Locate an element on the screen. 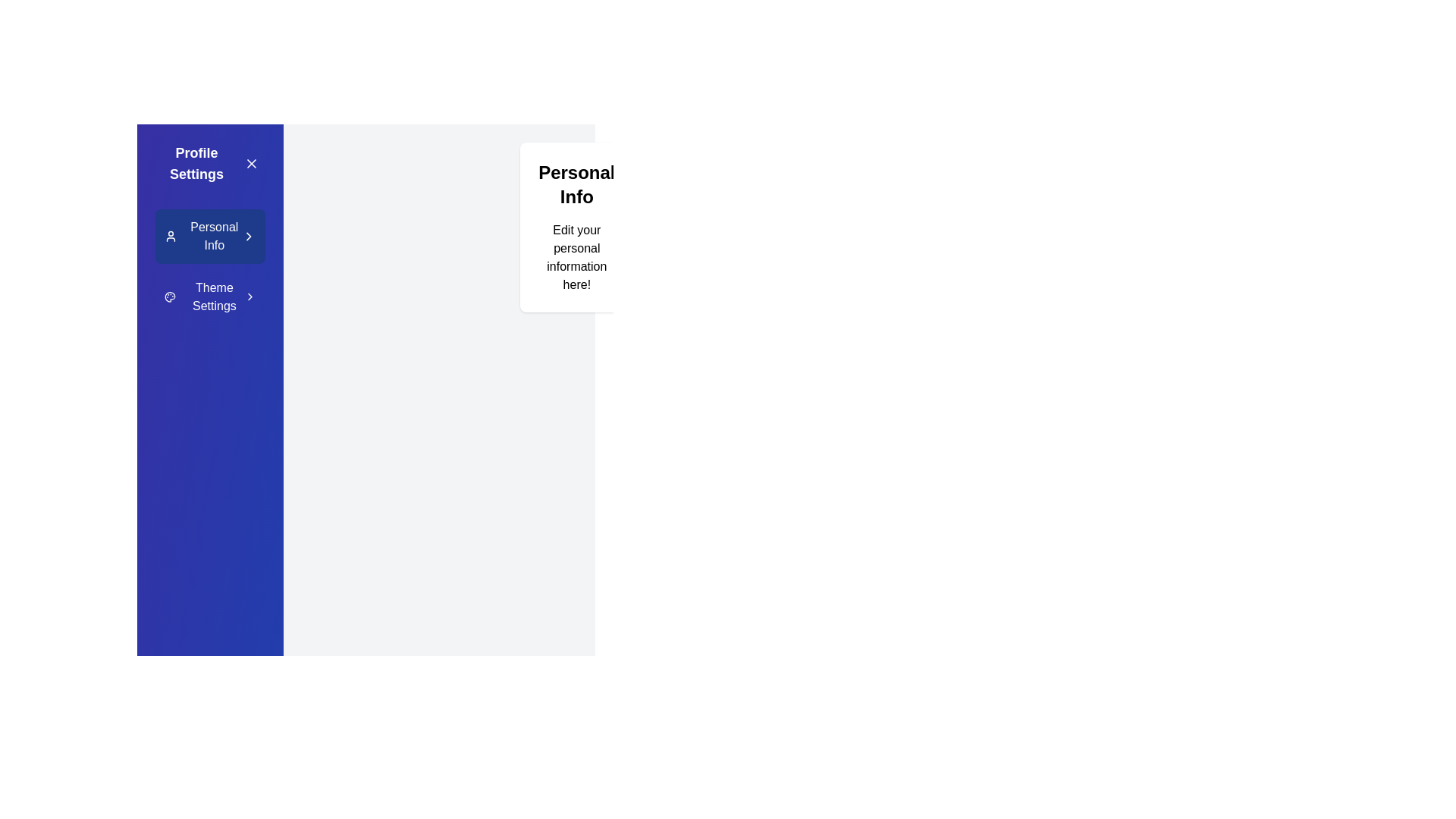 The width and height of the screenshot is (1456, 819). the right-pointing arrow icon in the 'Personal Info' menu option, which is styled as a minimalist vector graphic in white against a blue background is located at coordinates (249, 237).